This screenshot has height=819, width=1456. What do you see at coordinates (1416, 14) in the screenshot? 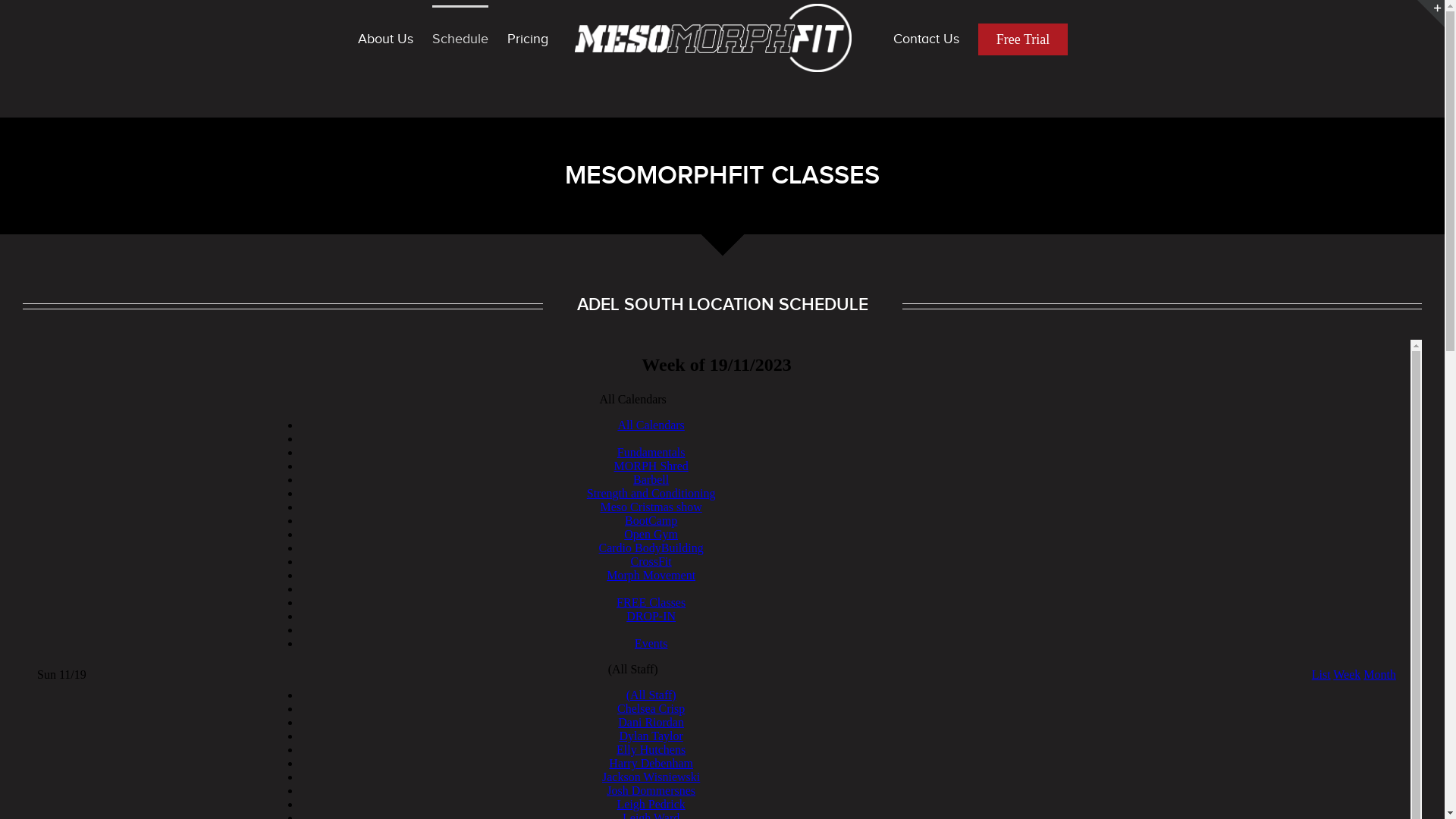
I see `'Toggle Sliding Bar Area'` at bounding box center [1416, 14].